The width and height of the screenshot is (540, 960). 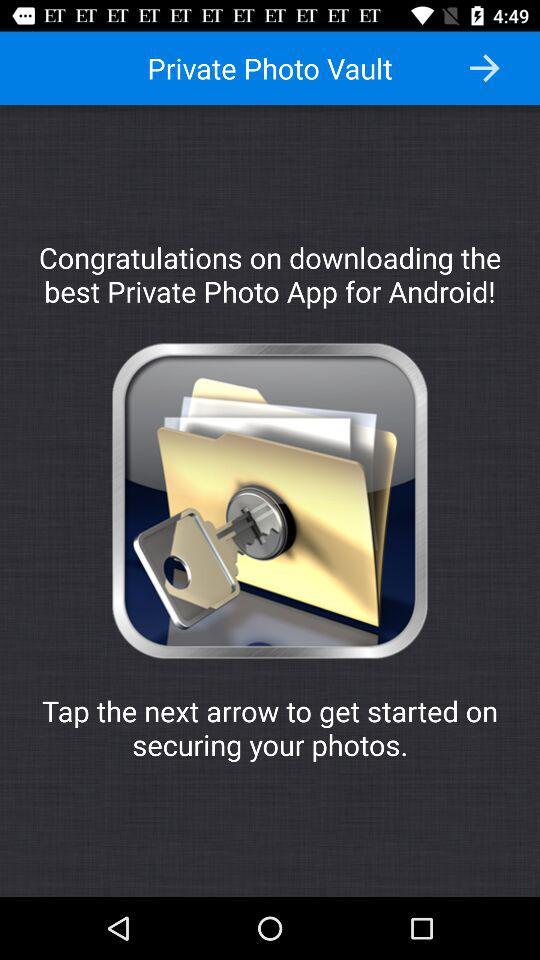 I want to click on the item next to the private photo vault, so click(x=483, y=68).